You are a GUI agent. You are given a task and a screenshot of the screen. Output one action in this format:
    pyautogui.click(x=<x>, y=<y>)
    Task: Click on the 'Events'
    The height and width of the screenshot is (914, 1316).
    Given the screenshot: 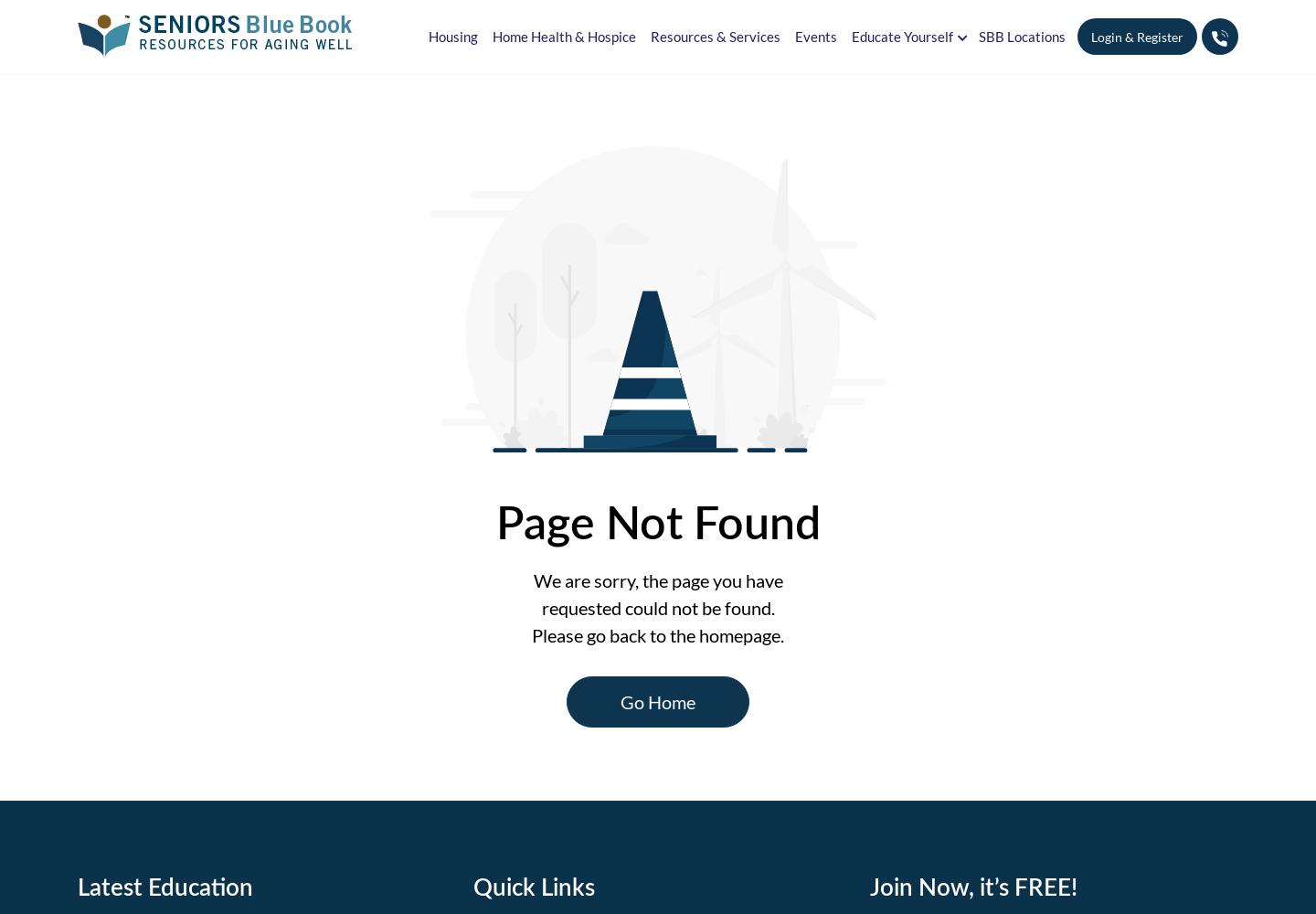 What is the action you would take?
    pyautogui.click(x=814, y=36)
    